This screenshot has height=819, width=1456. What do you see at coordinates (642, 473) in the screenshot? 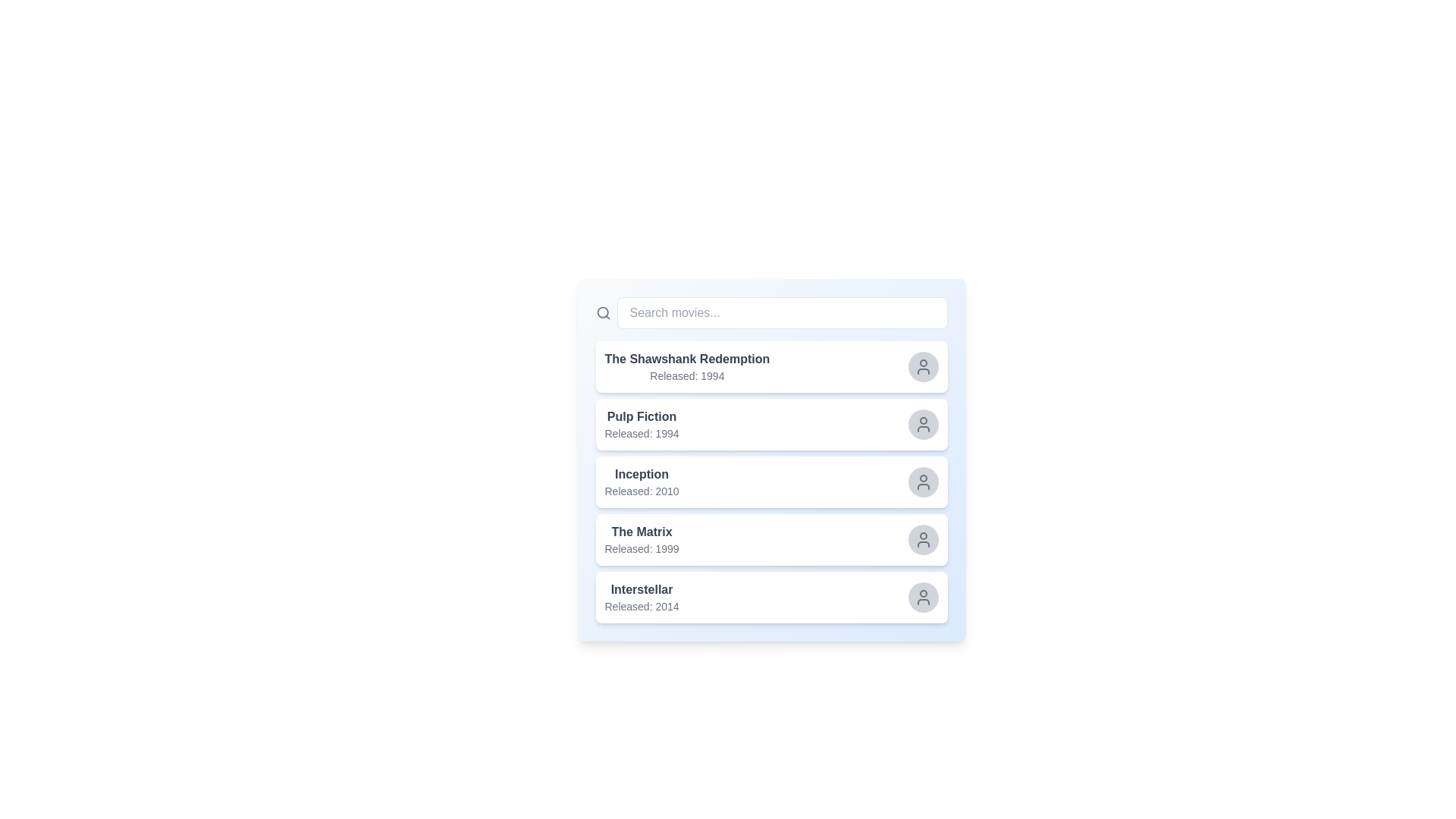
I see `the text label 'Inception' which is displayed in bold, dark gray font at the top of the third card in a vertically stacked list` at bounding box center [642, 473].